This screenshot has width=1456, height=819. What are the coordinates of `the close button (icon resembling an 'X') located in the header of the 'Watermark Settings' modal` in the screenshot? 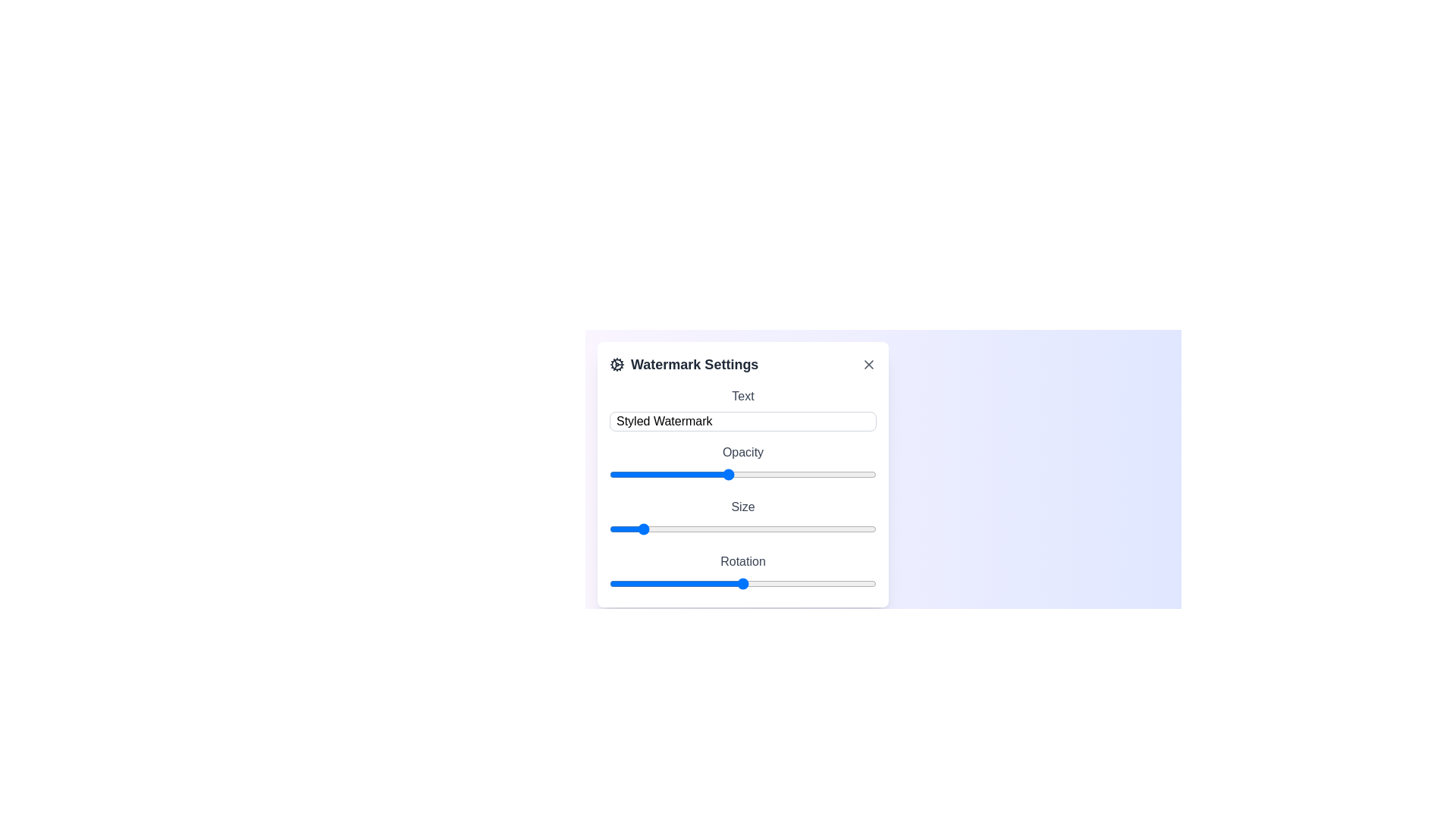 It's located at (869, 365).